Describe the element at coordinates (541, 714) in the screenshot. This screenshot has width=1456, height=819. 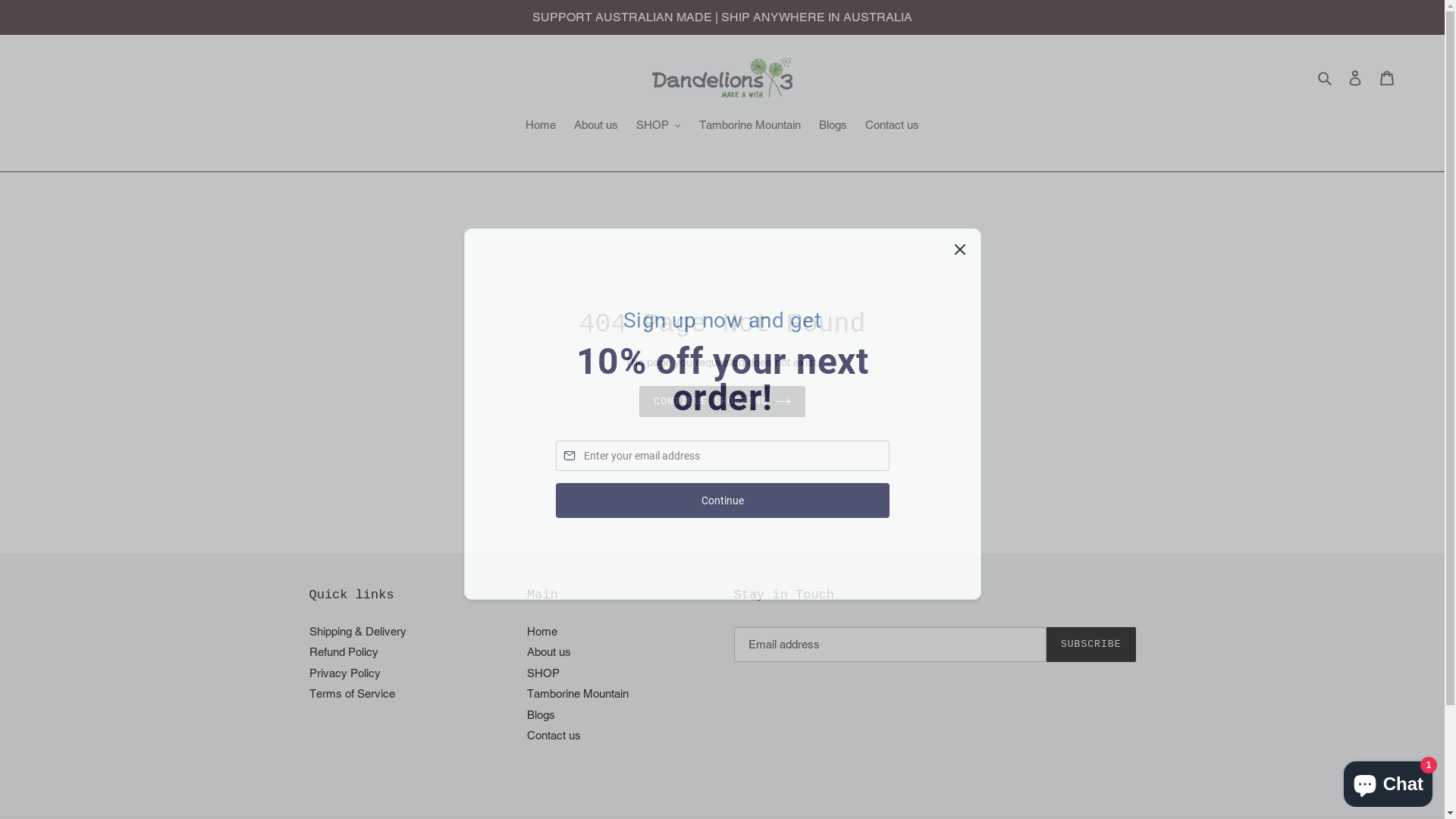
I see `'Blogs'` at that location.